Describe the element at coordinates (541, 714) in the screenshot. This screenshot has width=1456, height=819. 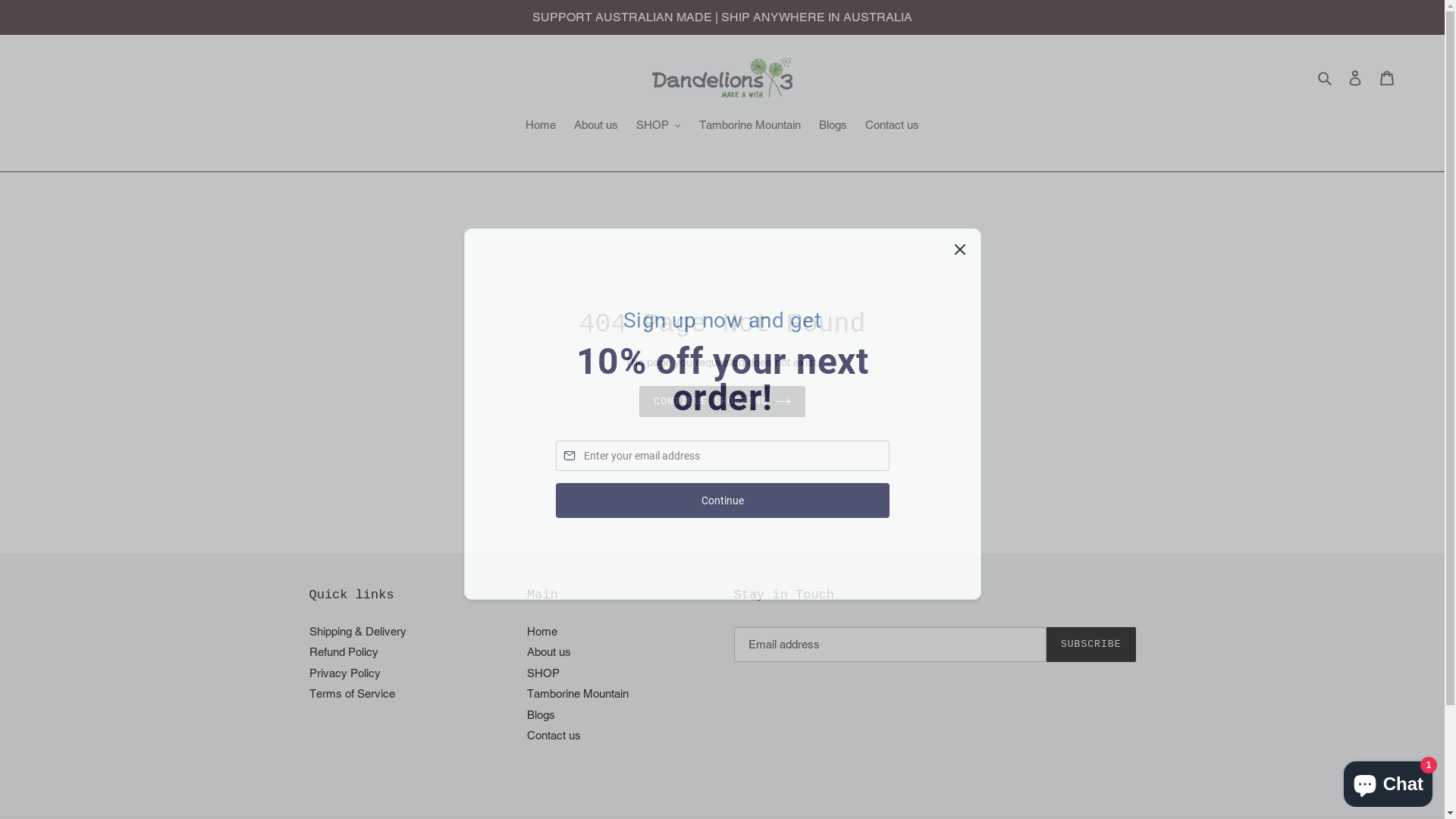
I see `'Blogs'` at that location.